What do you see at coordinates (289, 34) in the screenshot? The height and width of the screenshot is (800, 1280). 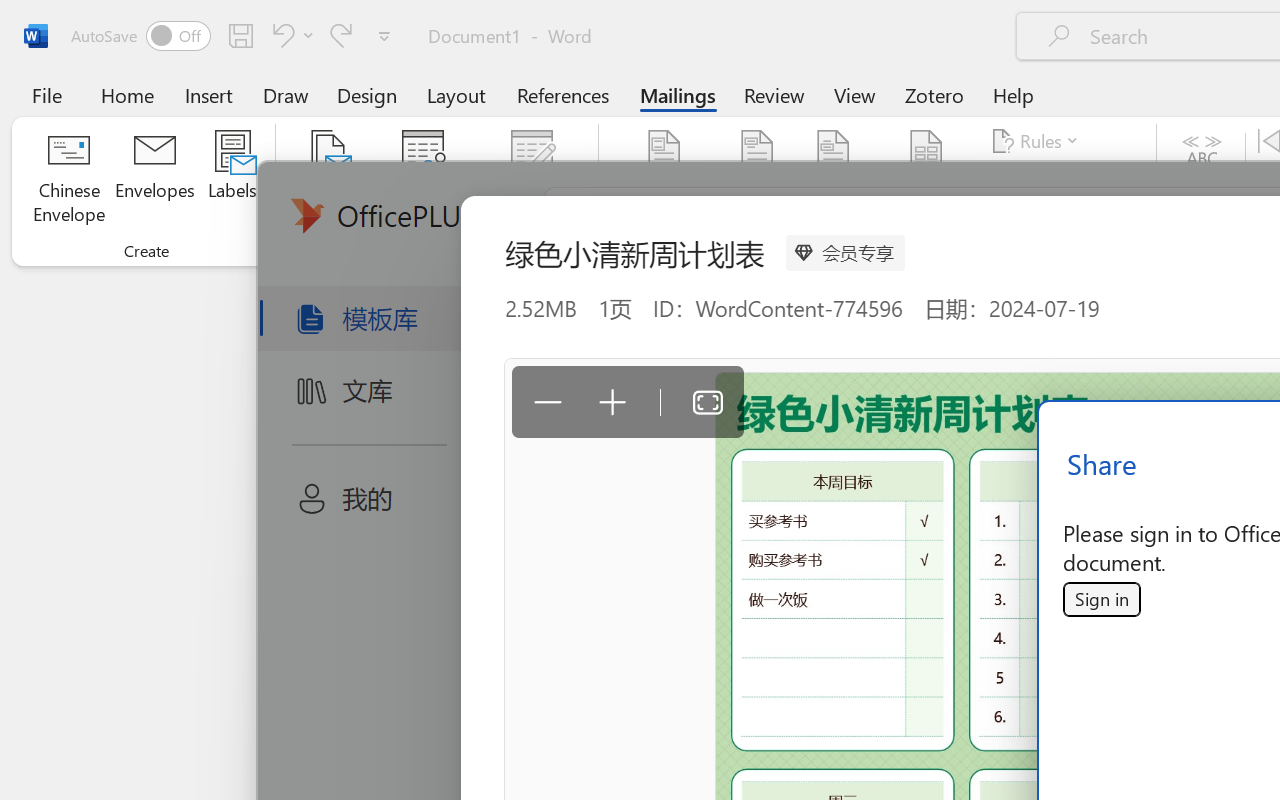 I see `'Undo Apply Quick Style Set'` at bounding box center [289, 34].